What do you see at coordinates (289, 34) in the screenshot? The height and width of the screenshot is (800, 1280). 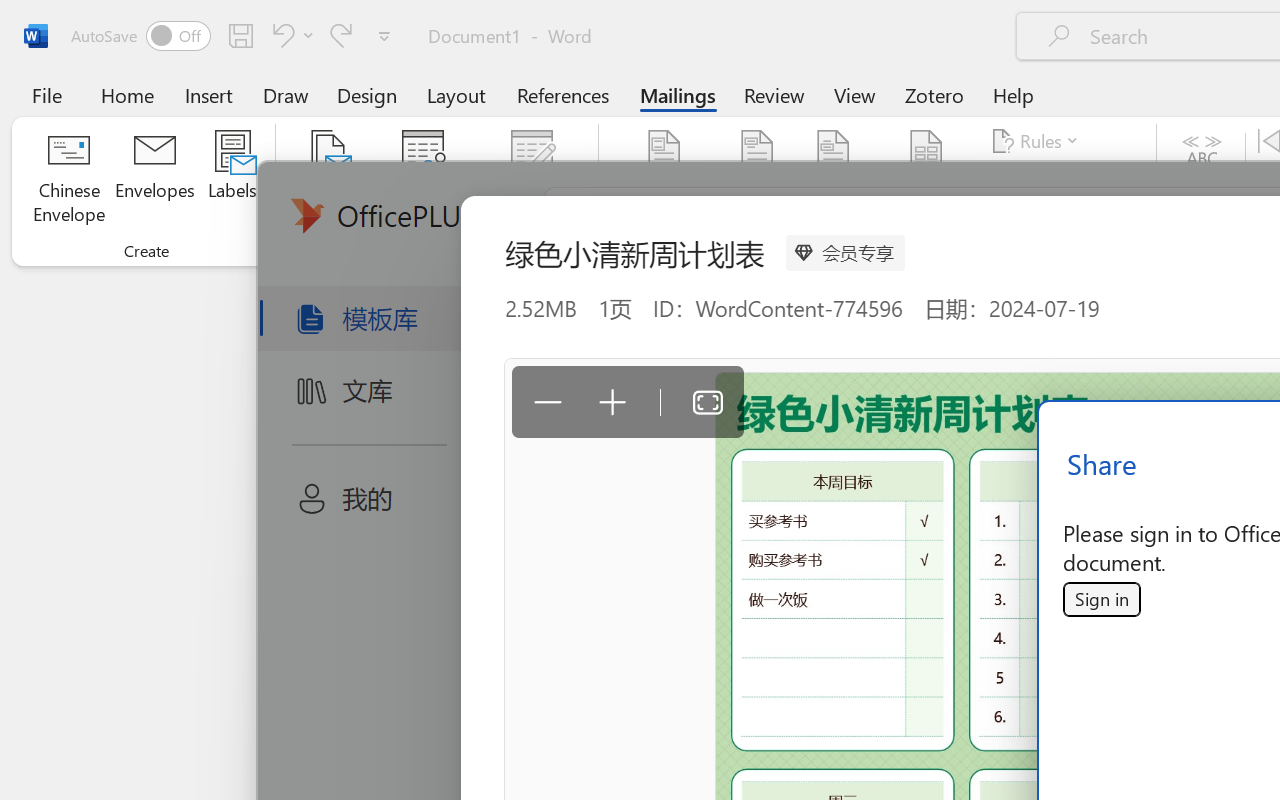 I see `'Undo Apply Quick Style Set'` at bounding box center [289, 34].